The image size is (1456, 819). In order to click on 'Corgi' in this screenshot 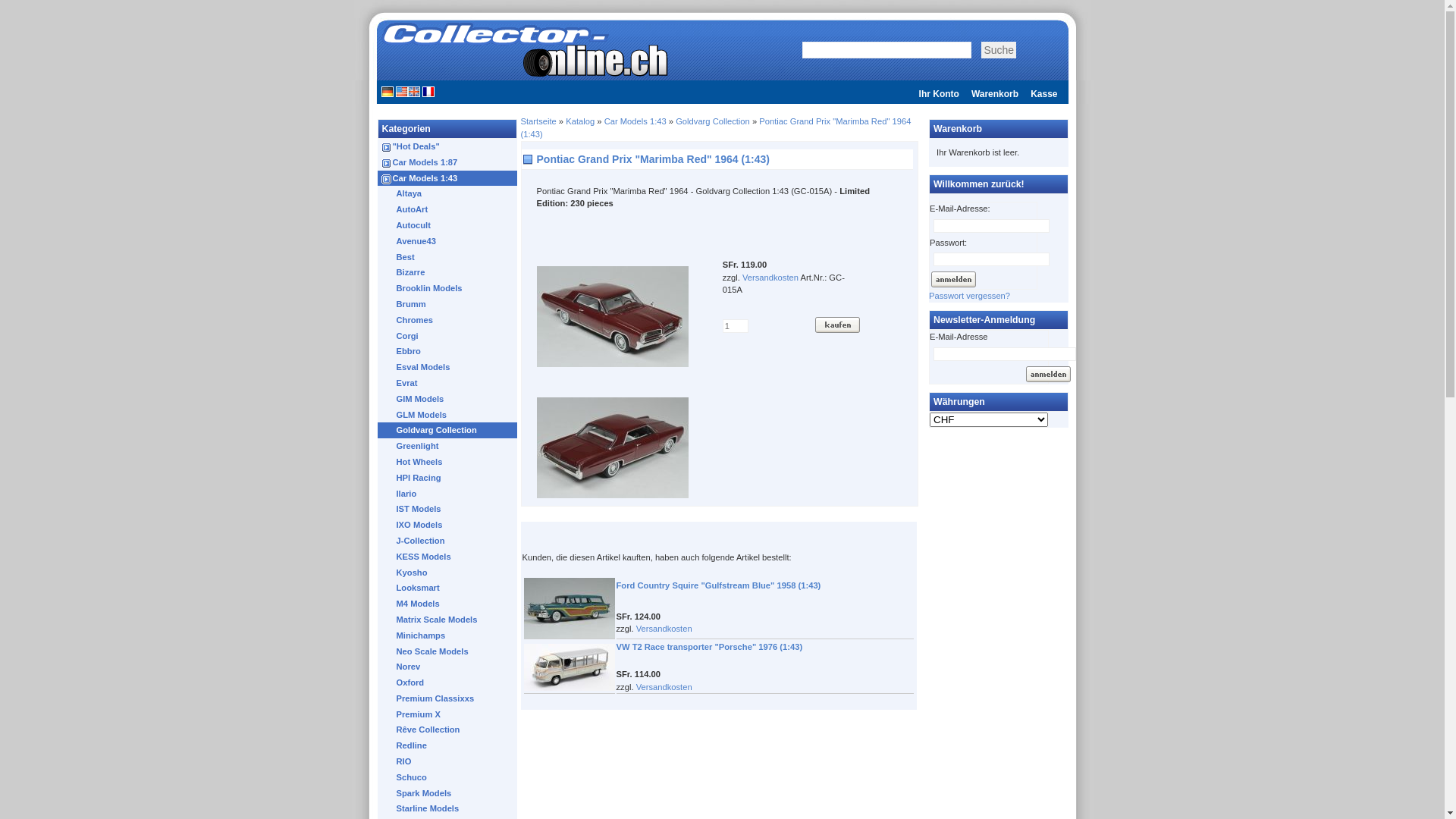, I will do `click(449, 335)`.